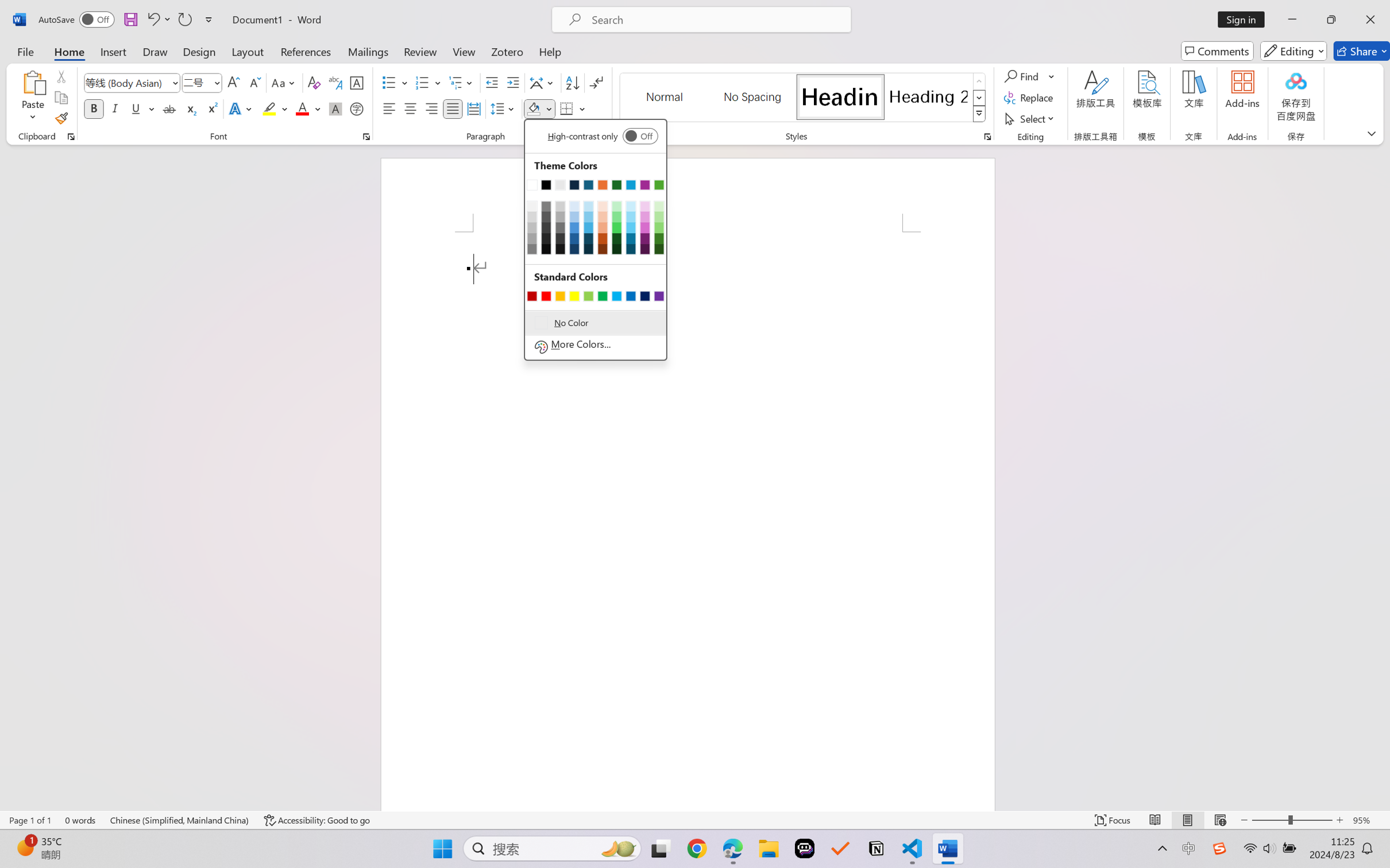 The width and height of the screenshot is (1390, 868). Describe the element at coordinates (697, 848) in the screenshot. I see `'Google Chrome'` at that location.